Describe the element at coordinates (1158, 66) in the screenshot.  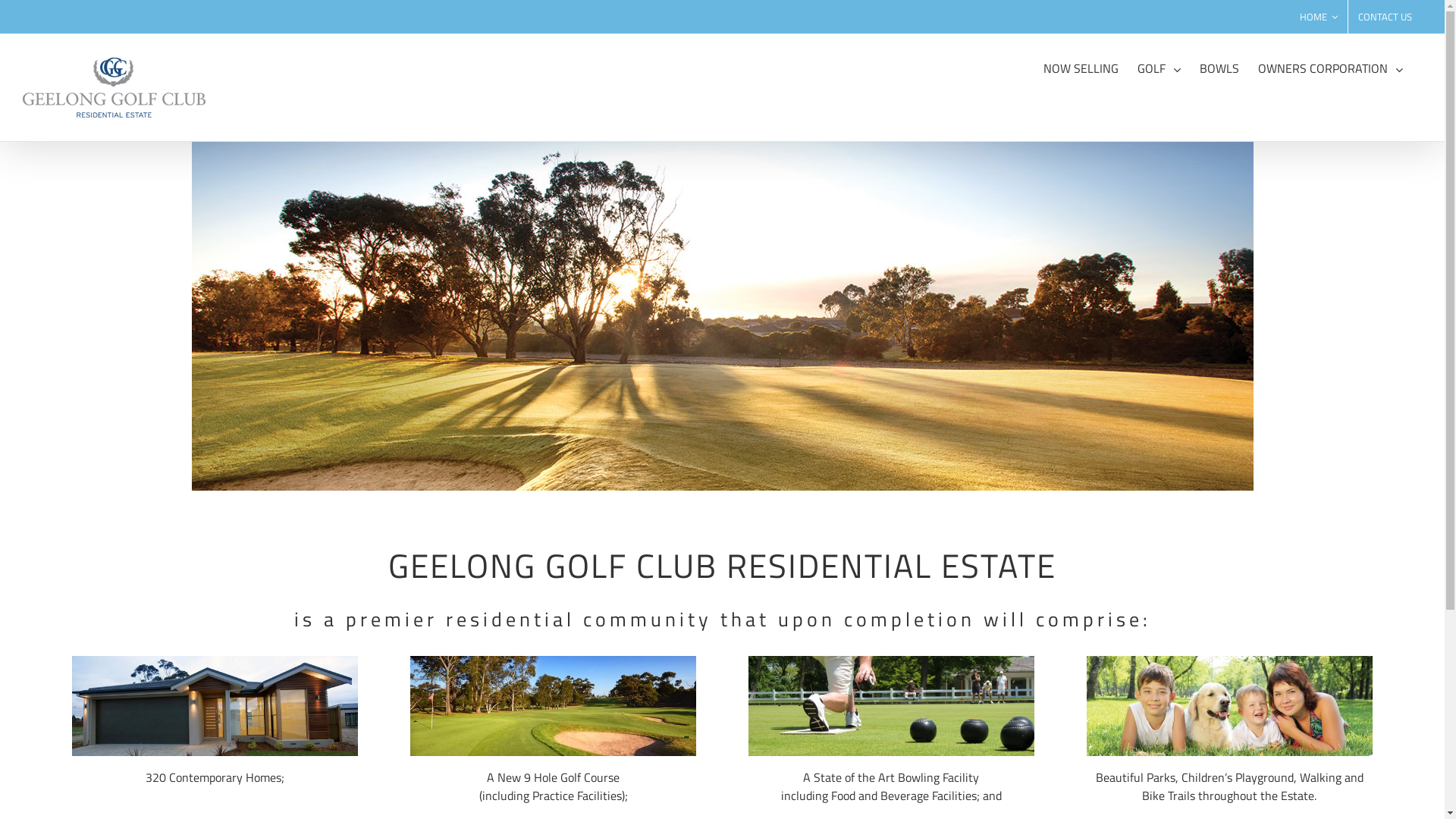
I see `'GOLF'` at that location.